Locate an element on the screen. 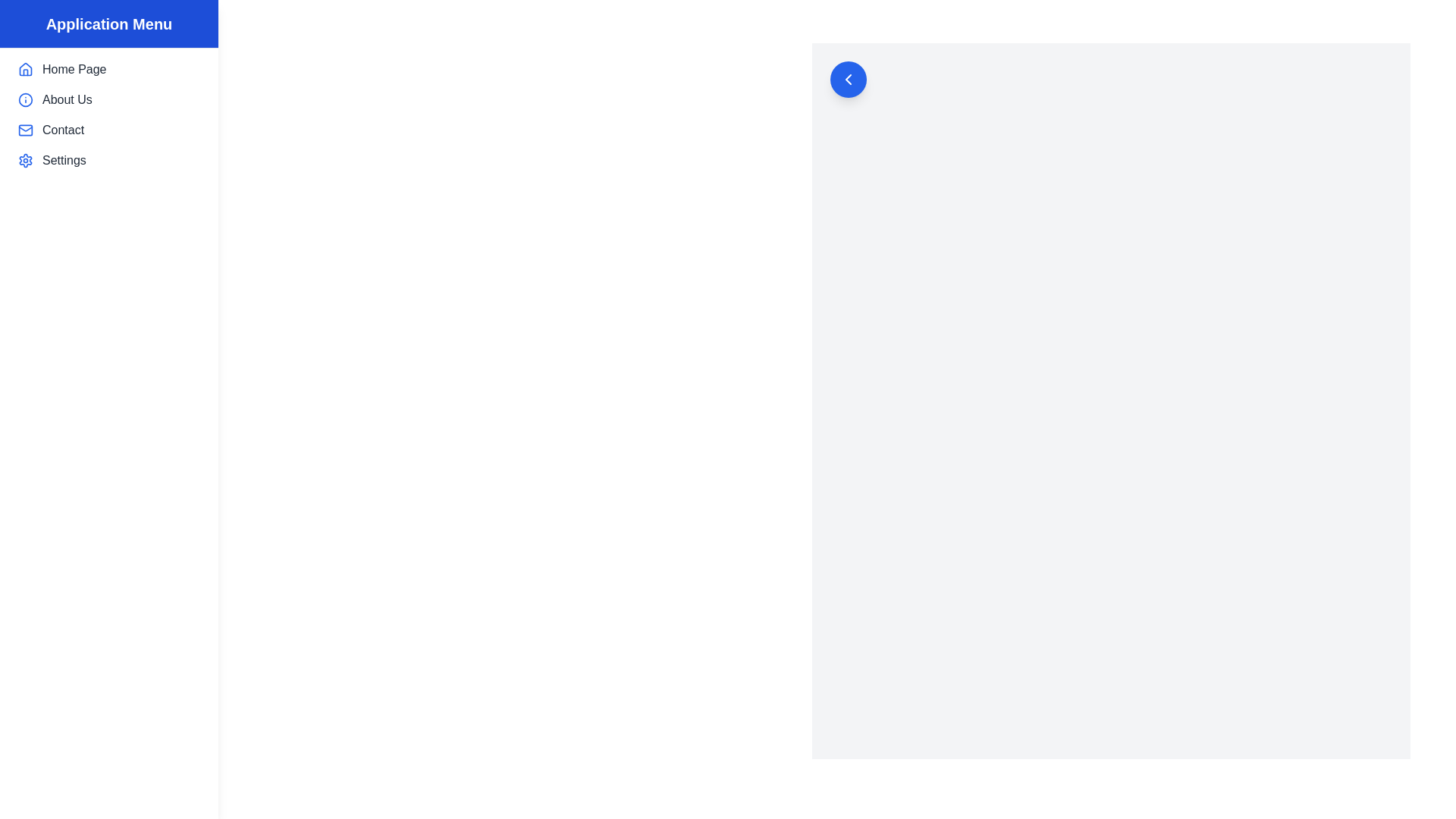  the 'Contact' menu item icon, which is located in the third row of the vertical menu, positioned to the left of the 'Contact' label, below 'About Us', and above 'Settings' is located at coordinates (25, 130).